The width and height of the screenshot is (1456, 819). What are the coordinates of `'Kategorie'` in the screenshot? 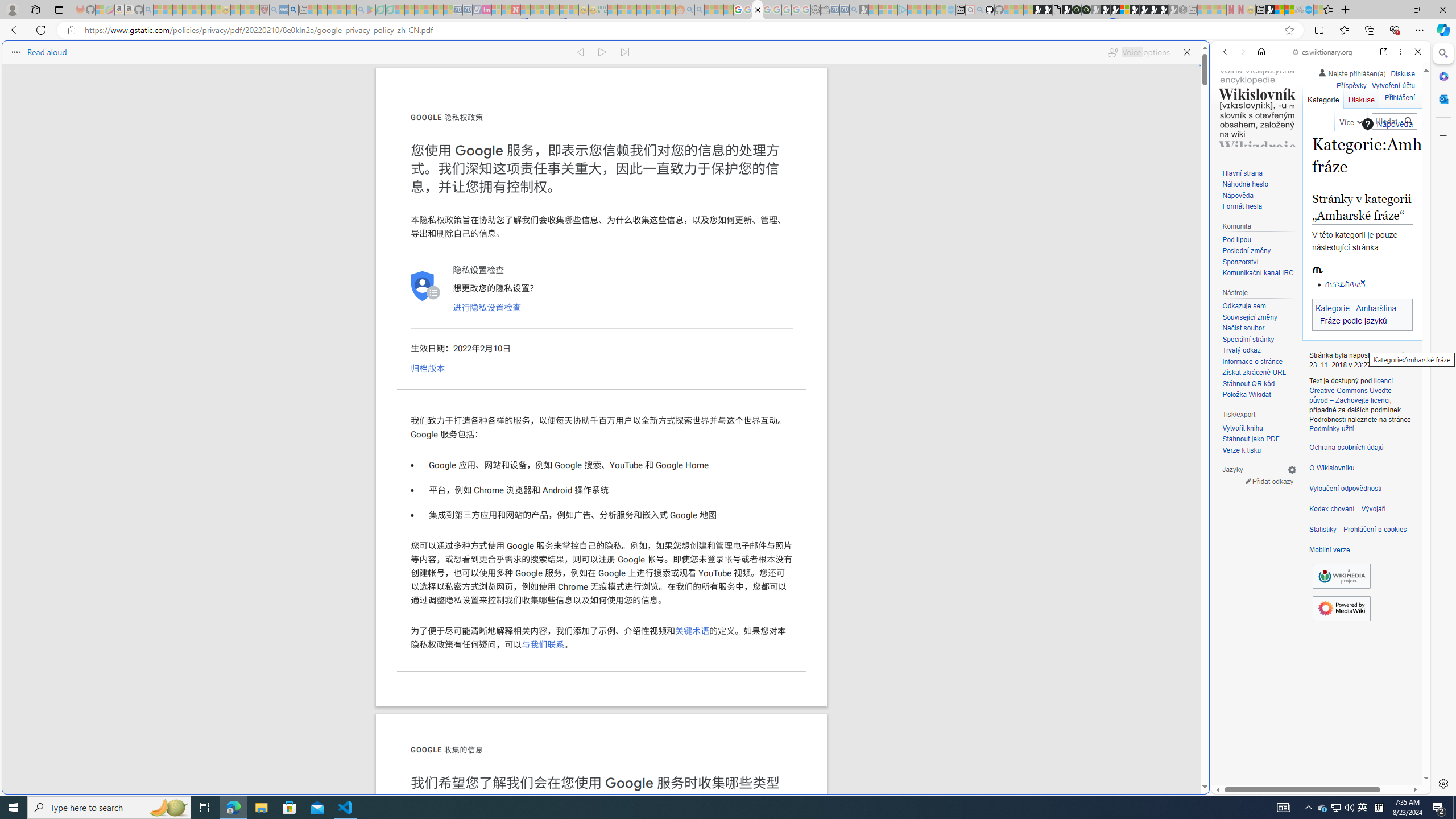 It's located at (1323, 97).